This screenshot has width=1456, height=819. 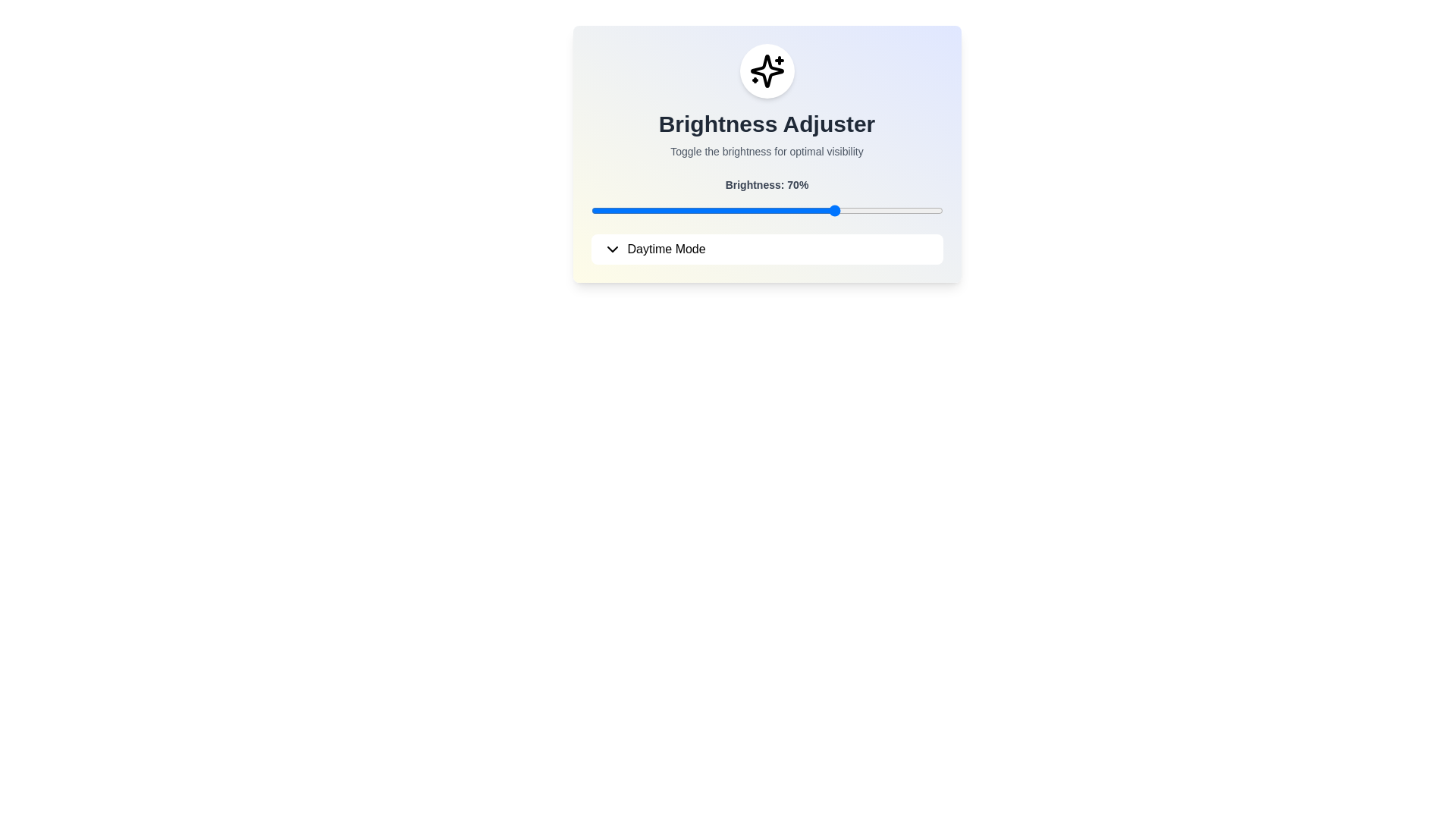 What do you see at coordinates (839, 210) in the screenshot?
I see `the brightness slider to 71%` at bounding box center [839, 210].